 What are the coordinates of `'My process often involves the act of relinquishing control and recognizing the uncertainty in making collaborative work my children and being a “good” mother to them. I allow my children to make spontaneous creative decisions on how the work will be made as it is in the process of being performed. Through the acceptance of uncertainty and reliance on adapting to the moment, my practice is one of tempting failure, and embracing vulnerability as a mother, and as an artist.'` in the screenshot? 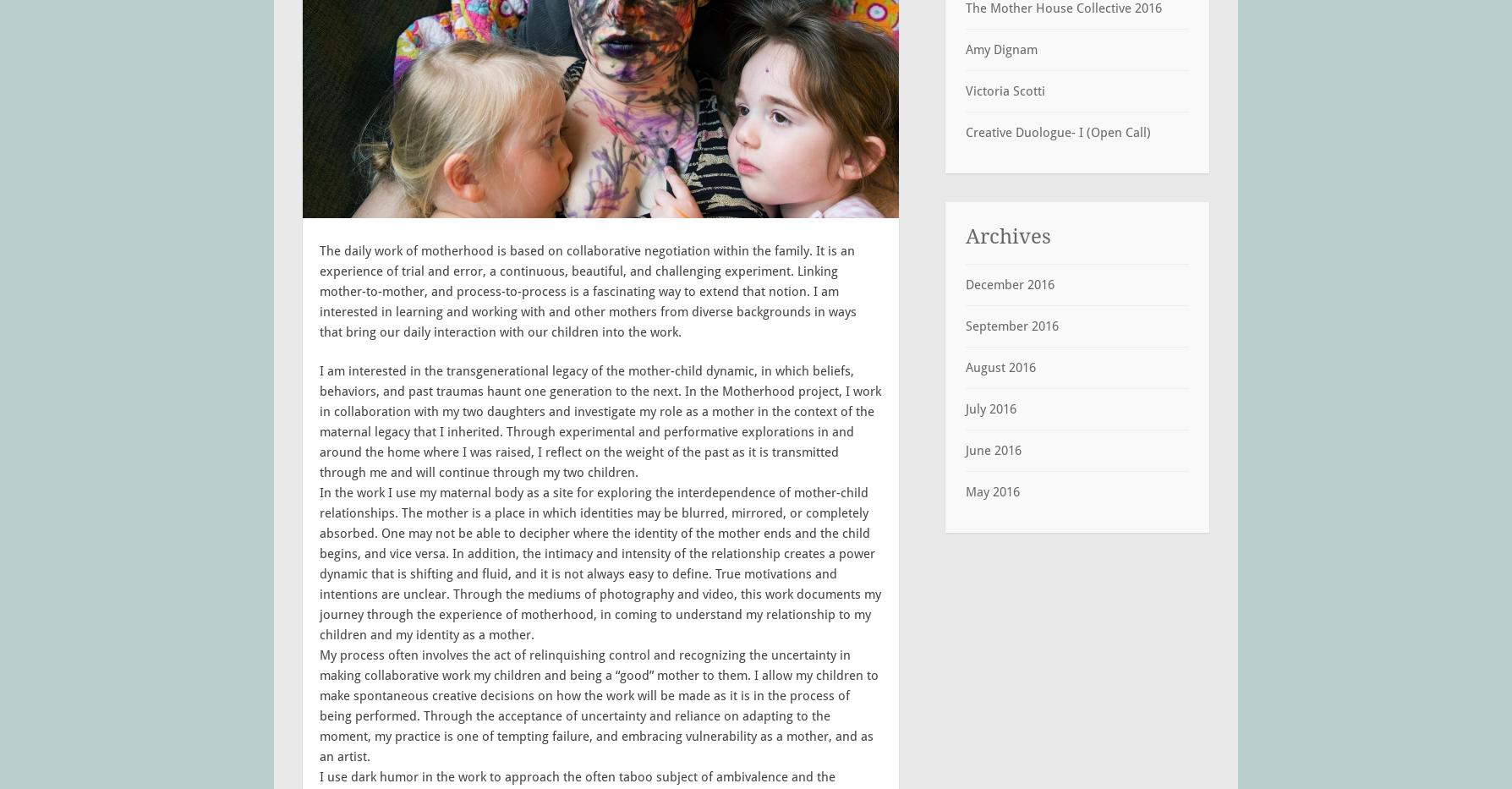 It's located at (318, 705).